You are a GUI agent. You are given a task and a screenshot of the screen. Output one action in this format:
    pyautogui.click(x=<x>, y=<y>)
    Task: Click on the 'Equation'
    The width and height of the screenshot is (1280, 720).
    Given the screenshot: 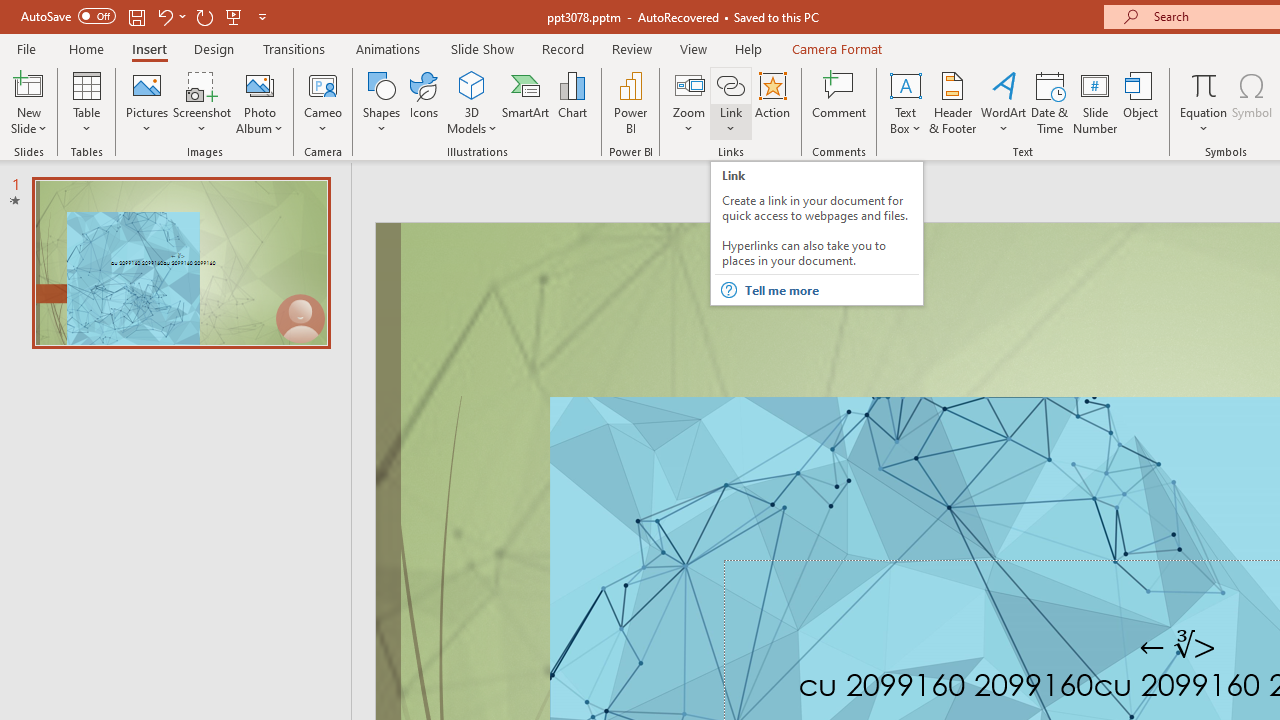 What is the action you would take?
    pyautogui.click(x=1202, y=84)
    